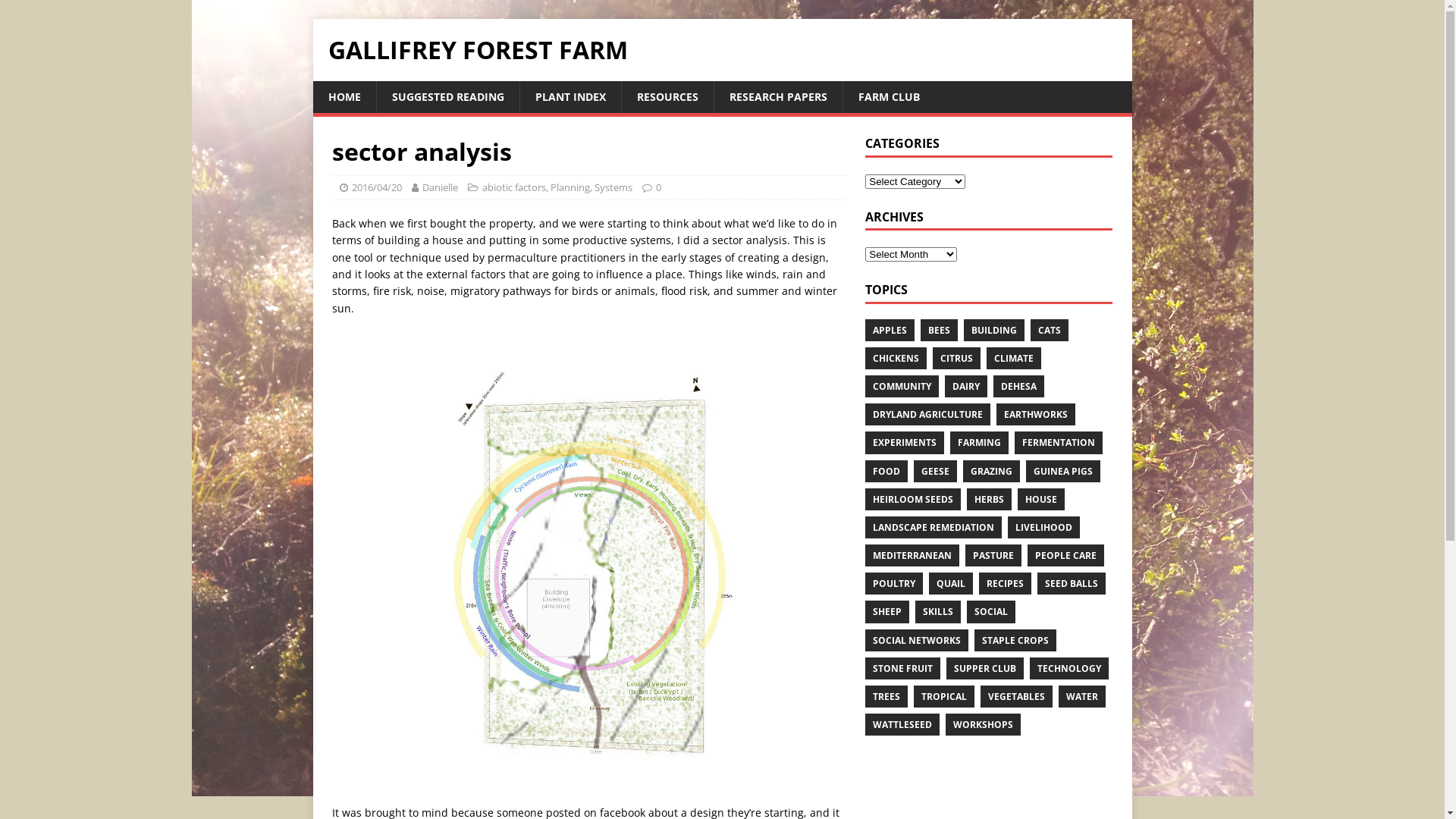 The width and height of the screenshot is (1456, 819). I want to click on 'DRYLAND AGRICULTURE', so click(927, 414).